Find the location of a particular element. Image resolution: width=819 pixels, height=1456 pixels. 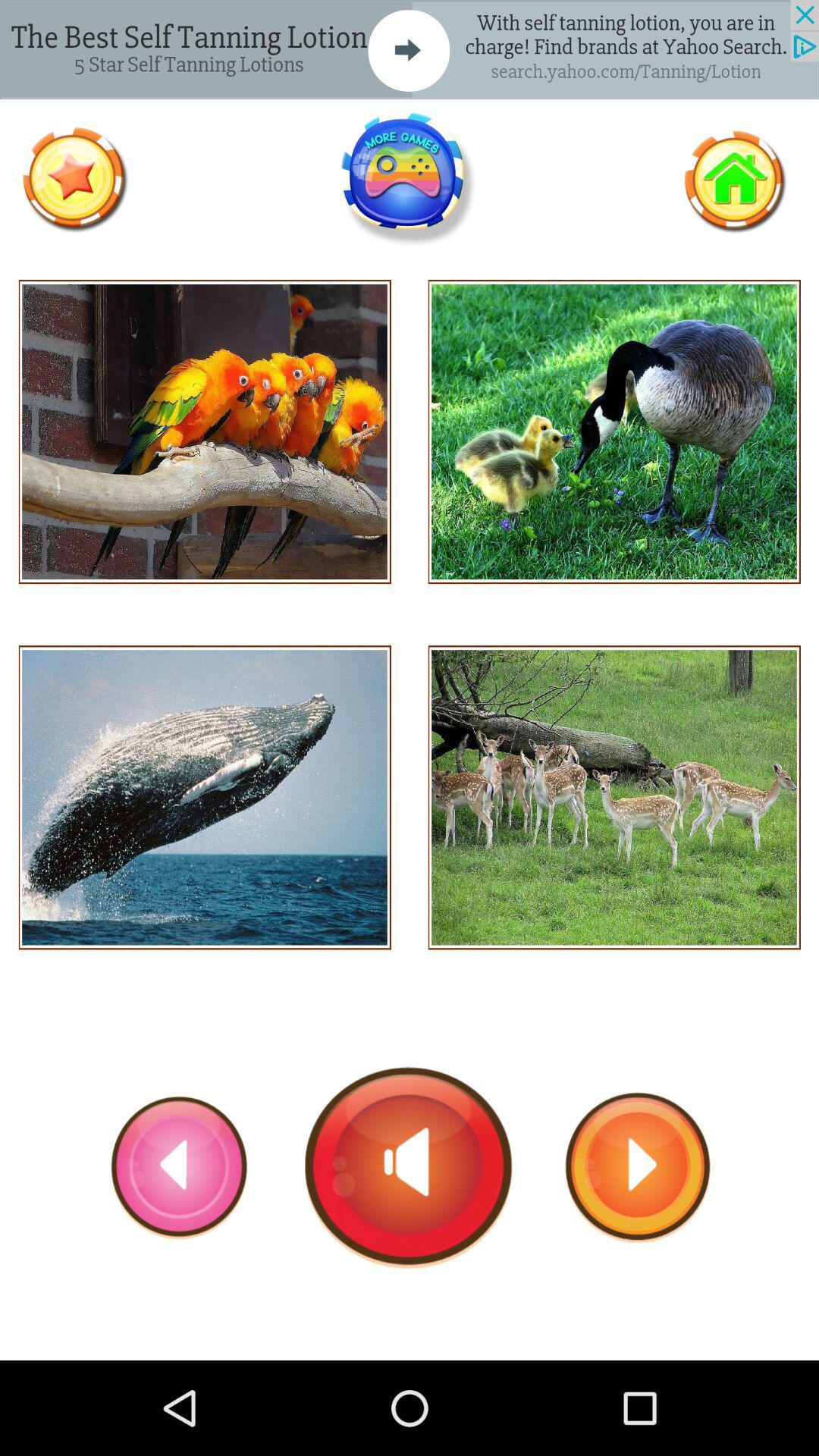

play is located at coordinates (408, 1166).